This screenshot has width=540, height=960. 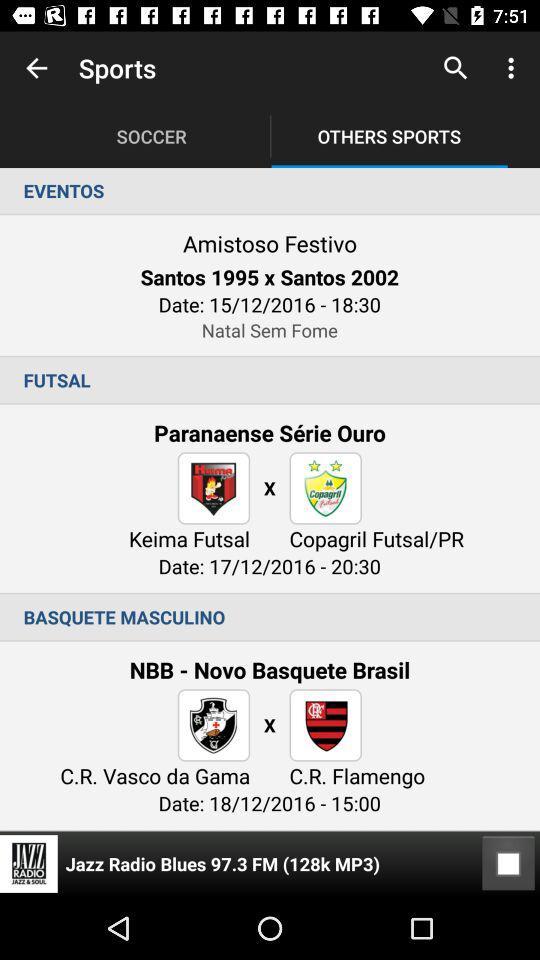 I want to click on icon below the basquete masculino, so click(x=508, y=863).